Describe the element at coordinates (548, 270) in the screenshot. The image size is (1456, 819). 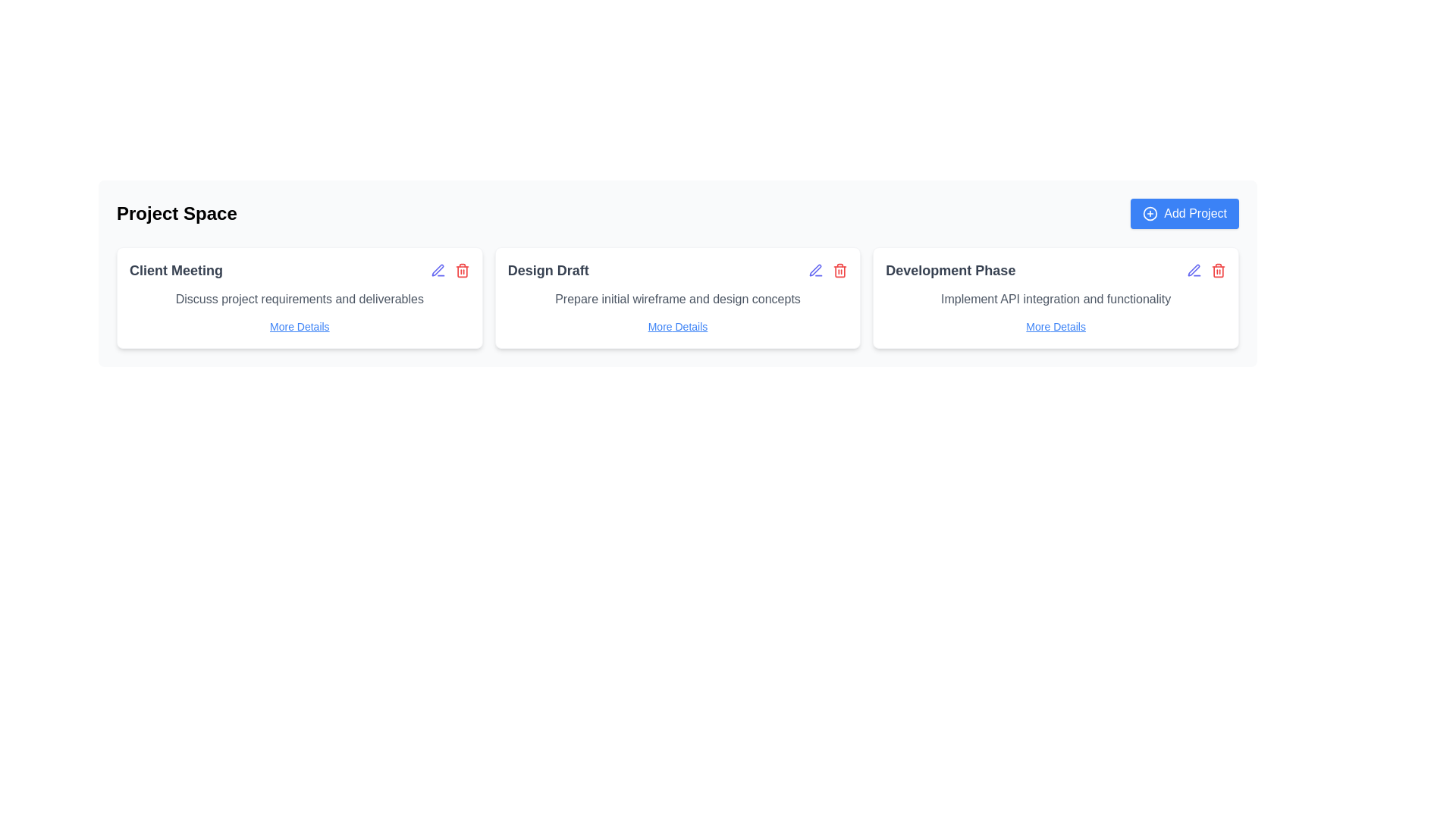
I see `text content of the label located at the top center of the second card in a horizontal list of three cards` at that location.